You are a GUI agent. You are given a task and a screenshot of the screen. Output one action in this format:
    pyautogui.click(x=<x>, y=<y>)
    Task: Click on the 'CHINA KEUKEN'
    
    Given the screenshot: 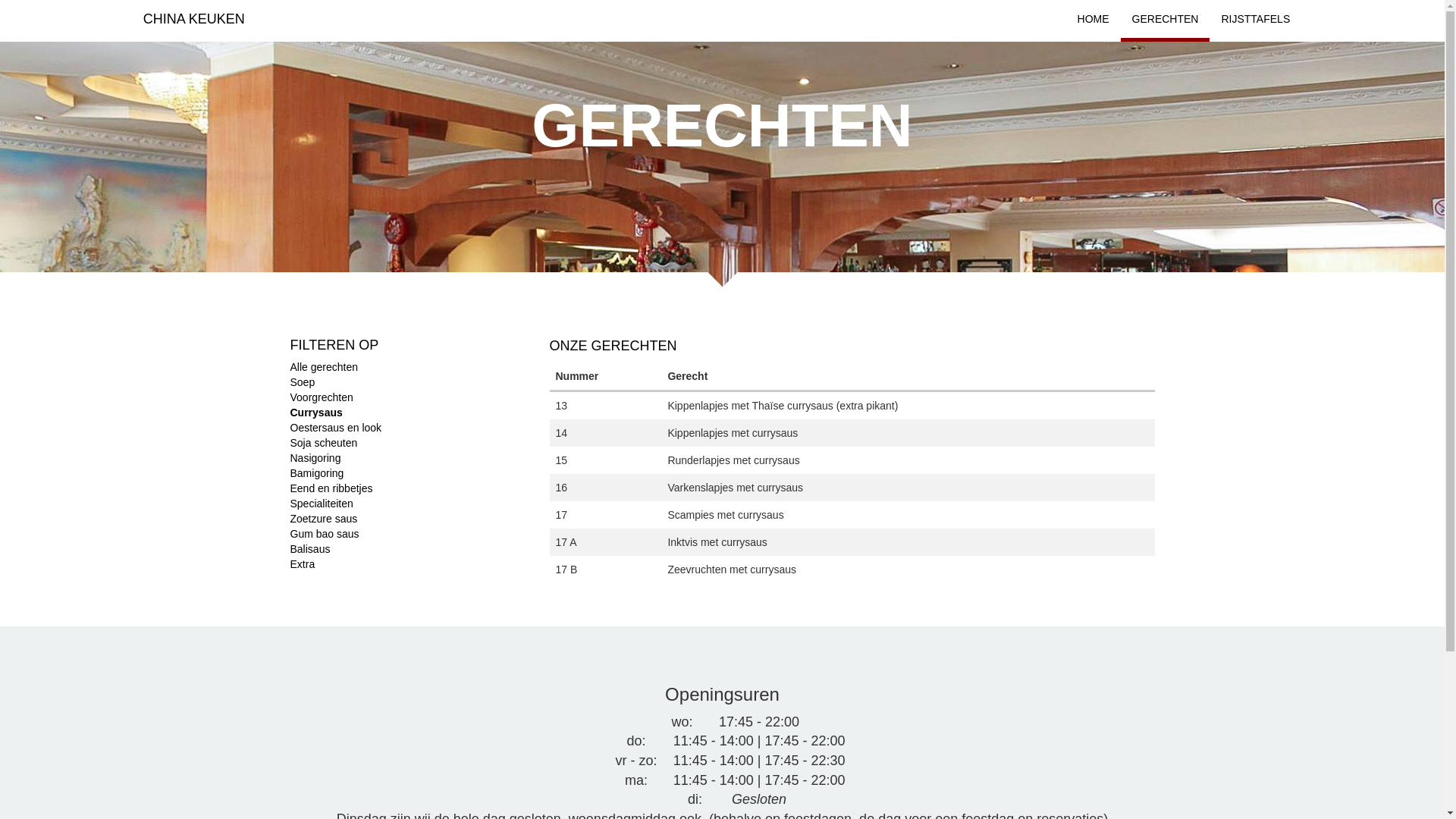 What is the action you would take?
    pyautogui.click(x=193, y=18)
    